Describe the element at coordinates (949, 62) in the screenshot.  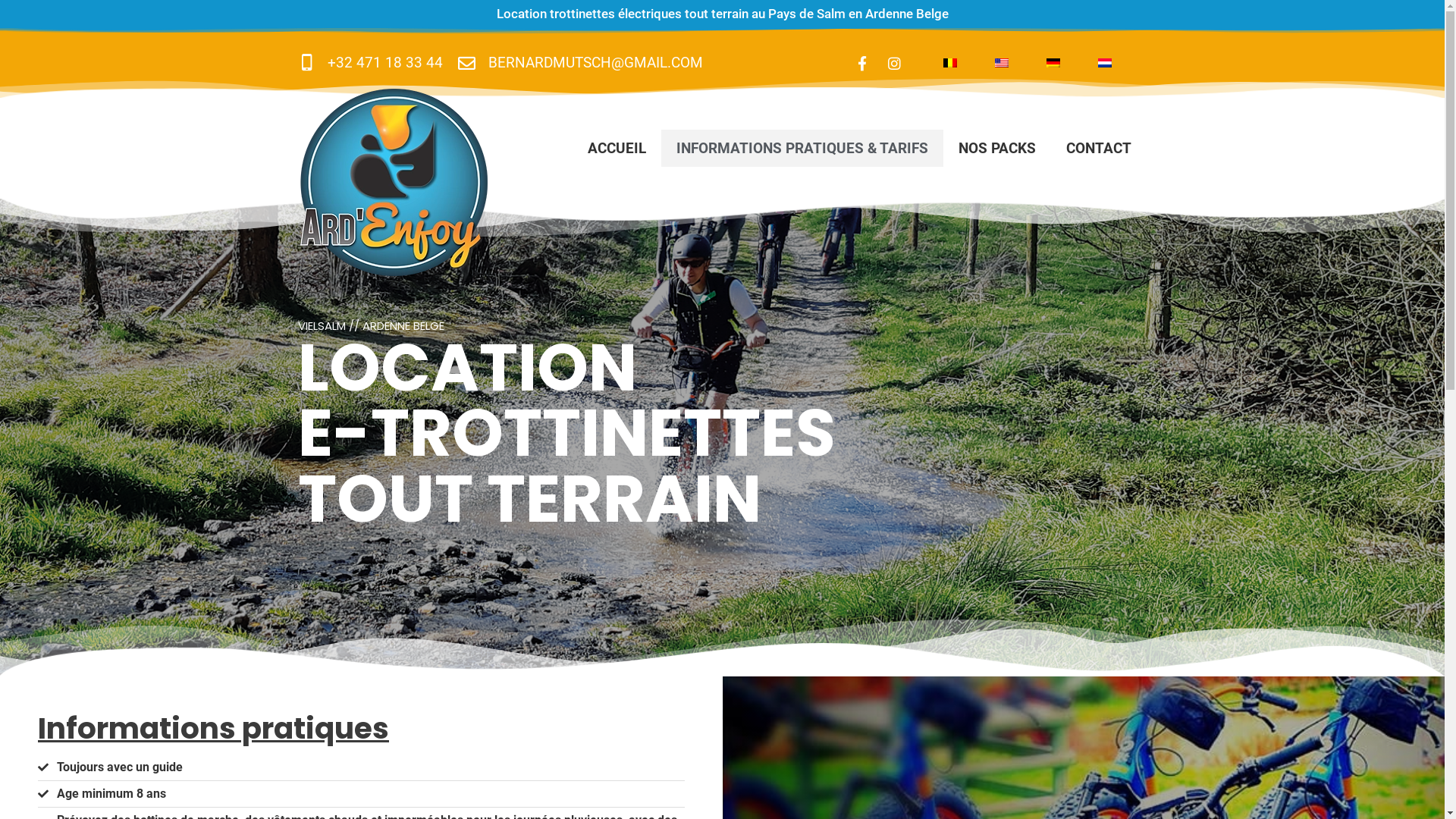
I see `'French'` at that location.